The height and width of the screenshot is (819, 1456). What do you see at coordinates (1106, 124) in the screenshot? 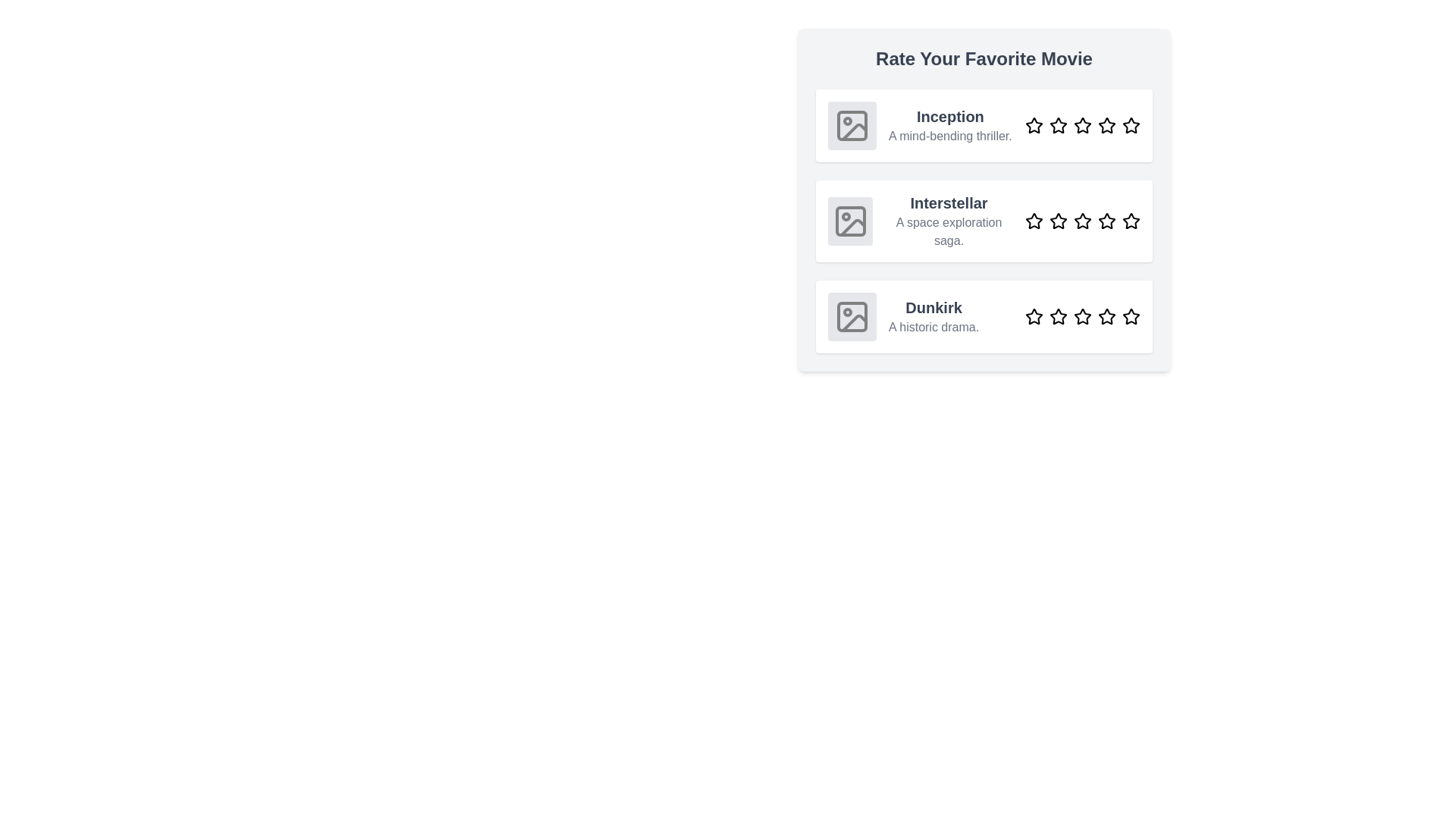
I see `the fourth star in the five-star rating component for the movie 'Inception'` at bounding box center [1106, 124].